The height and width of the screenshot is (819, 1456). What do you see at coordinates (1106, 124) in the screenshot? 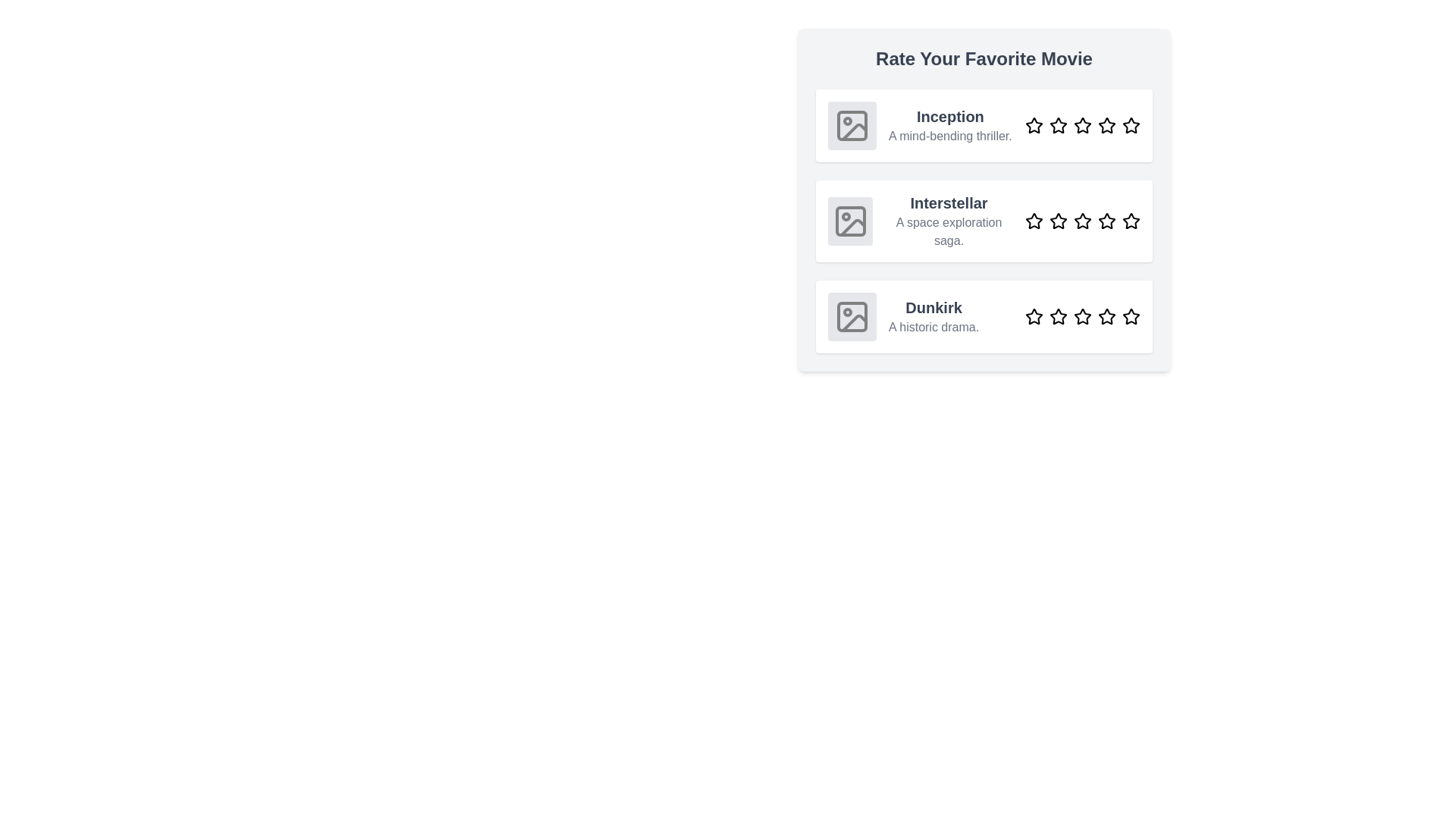
I see `the fourth star in the five-star rating component for the movie 'Inception'` at bounding box center [1106, 124].